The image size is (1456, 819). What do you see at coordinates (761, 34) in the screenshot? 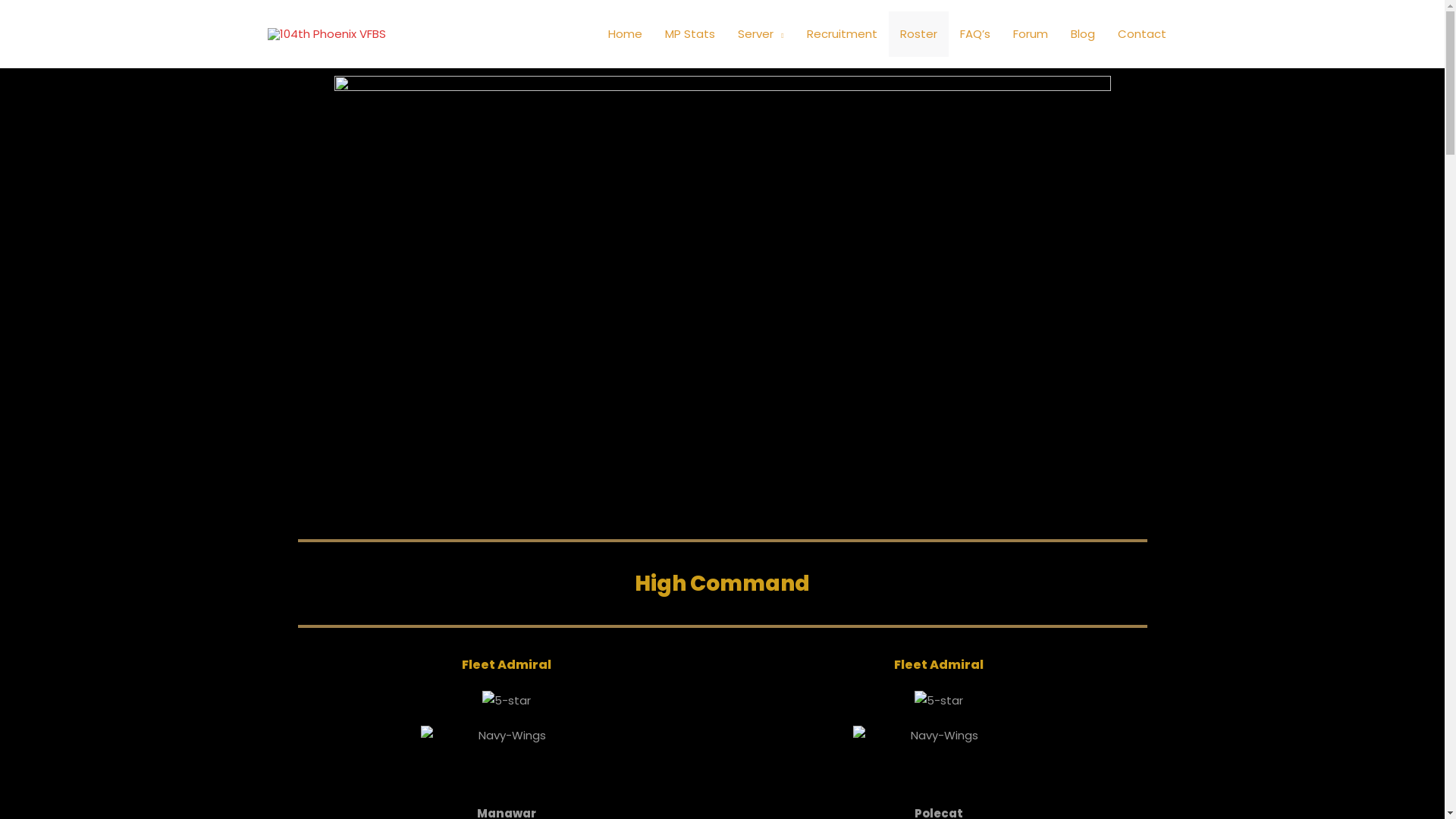
I see `'Server'` at bounding box center [761, 34].